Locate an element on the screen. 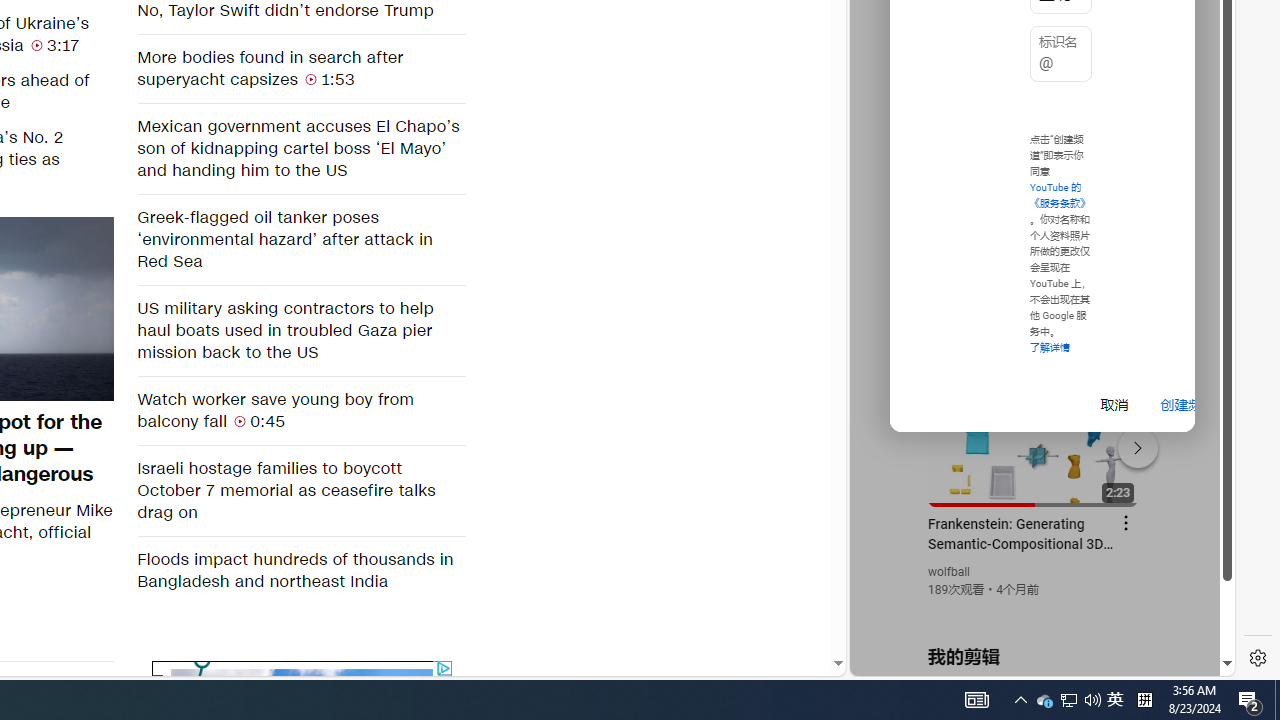 This screenshot has width=1280, height=720. 'Watch worker save young boy from balcony fall 0:45' is located at coordinates (300, 409).